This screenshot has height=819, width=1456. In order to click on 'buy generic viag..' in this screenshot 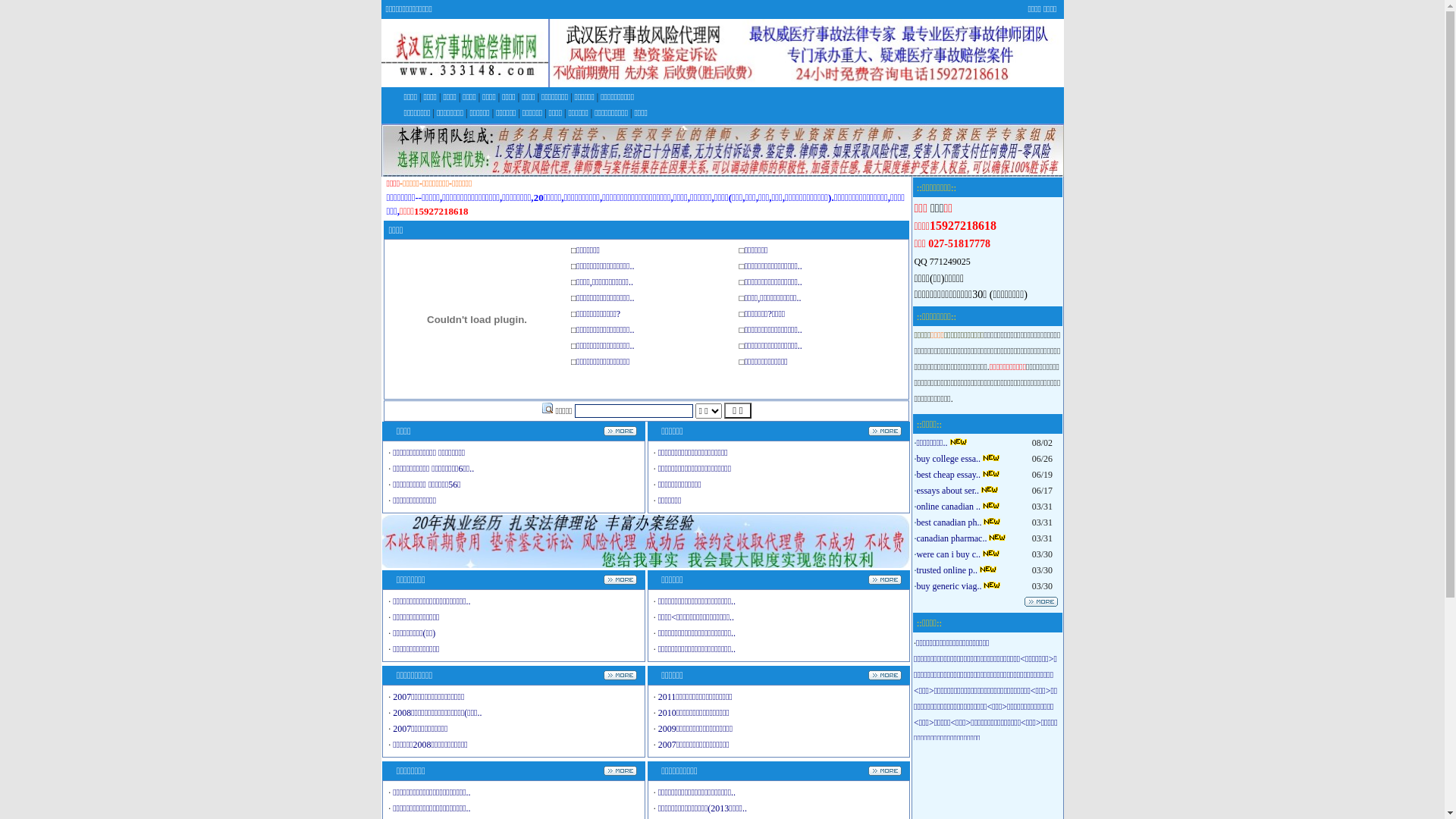, I will do `click(948, 585)`.